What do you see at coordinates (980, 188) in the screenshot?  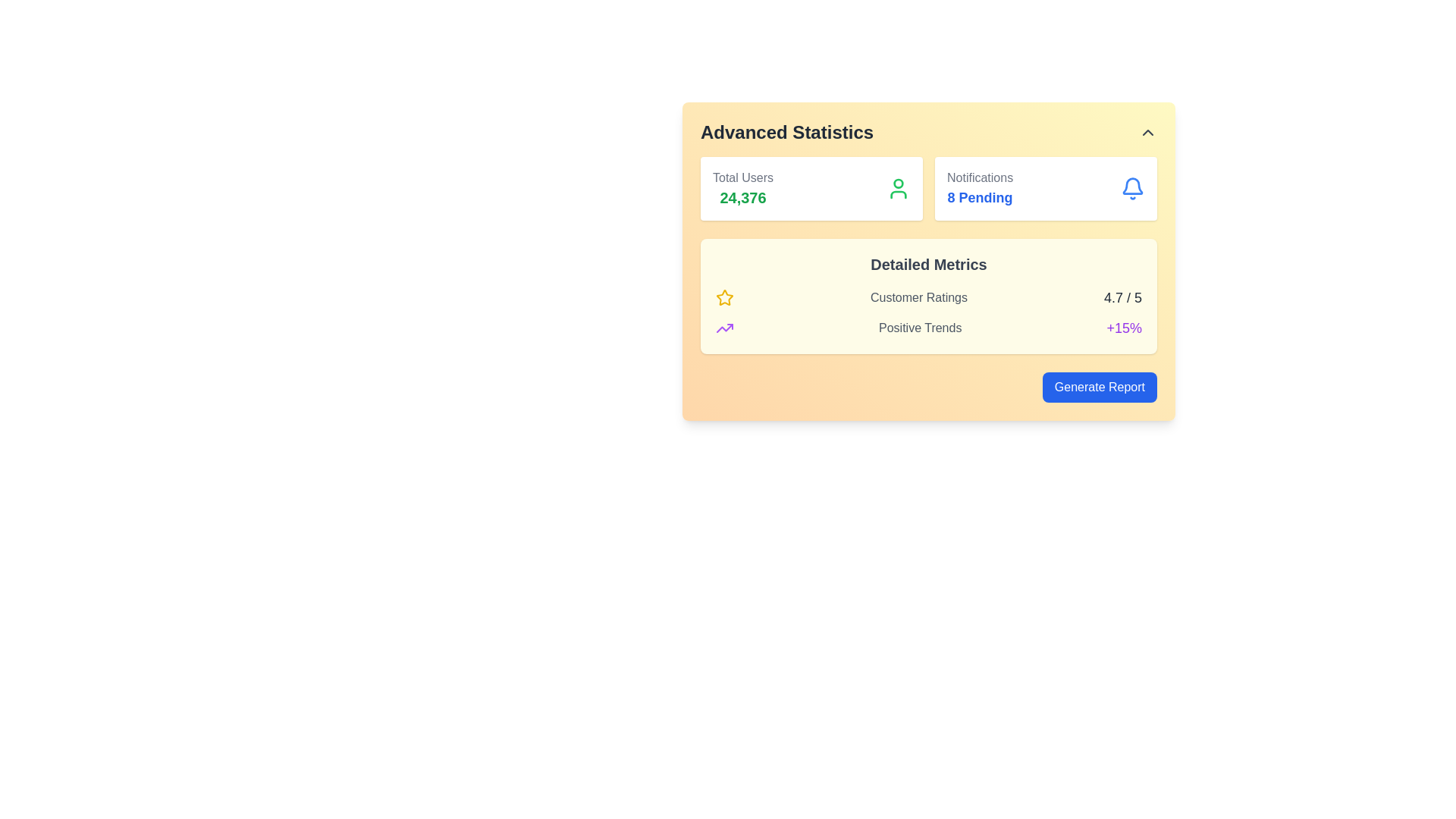 I see `notification count displayed in the label, which indicates '8 Pending' in bold blue text, located in the top-right section of the card next to a blue bell icon` at bounding box center [980, 188].